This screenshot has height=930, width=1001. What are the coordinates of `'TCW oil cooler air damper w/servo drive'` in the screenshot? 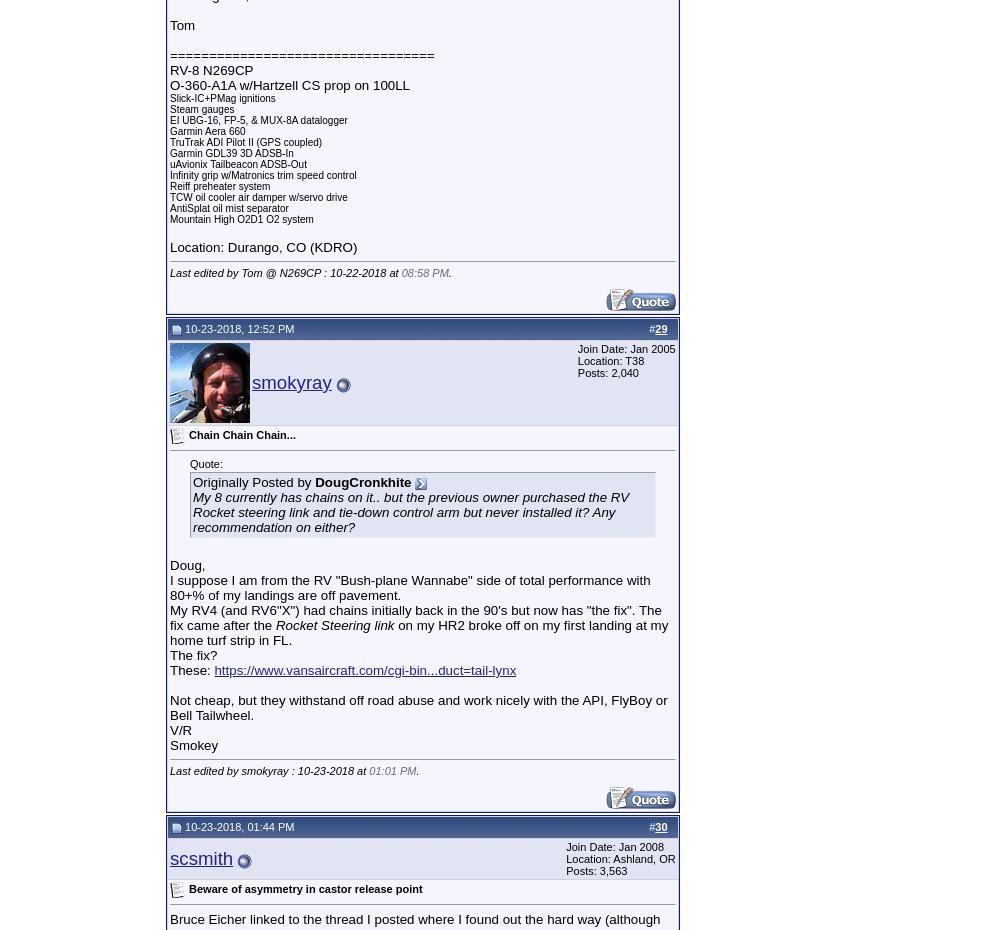 It's located at (257, 196).